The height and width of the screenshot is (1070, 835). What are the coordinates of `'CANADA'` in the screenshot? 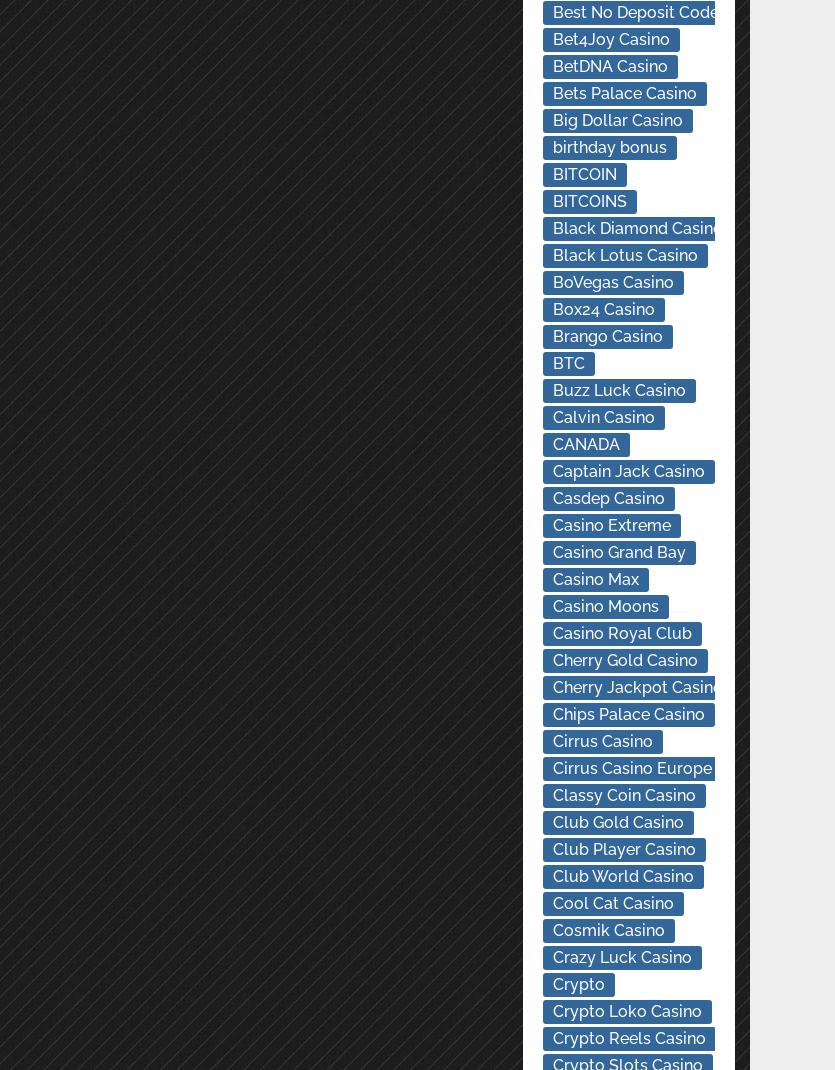 It's located at (584, 443).